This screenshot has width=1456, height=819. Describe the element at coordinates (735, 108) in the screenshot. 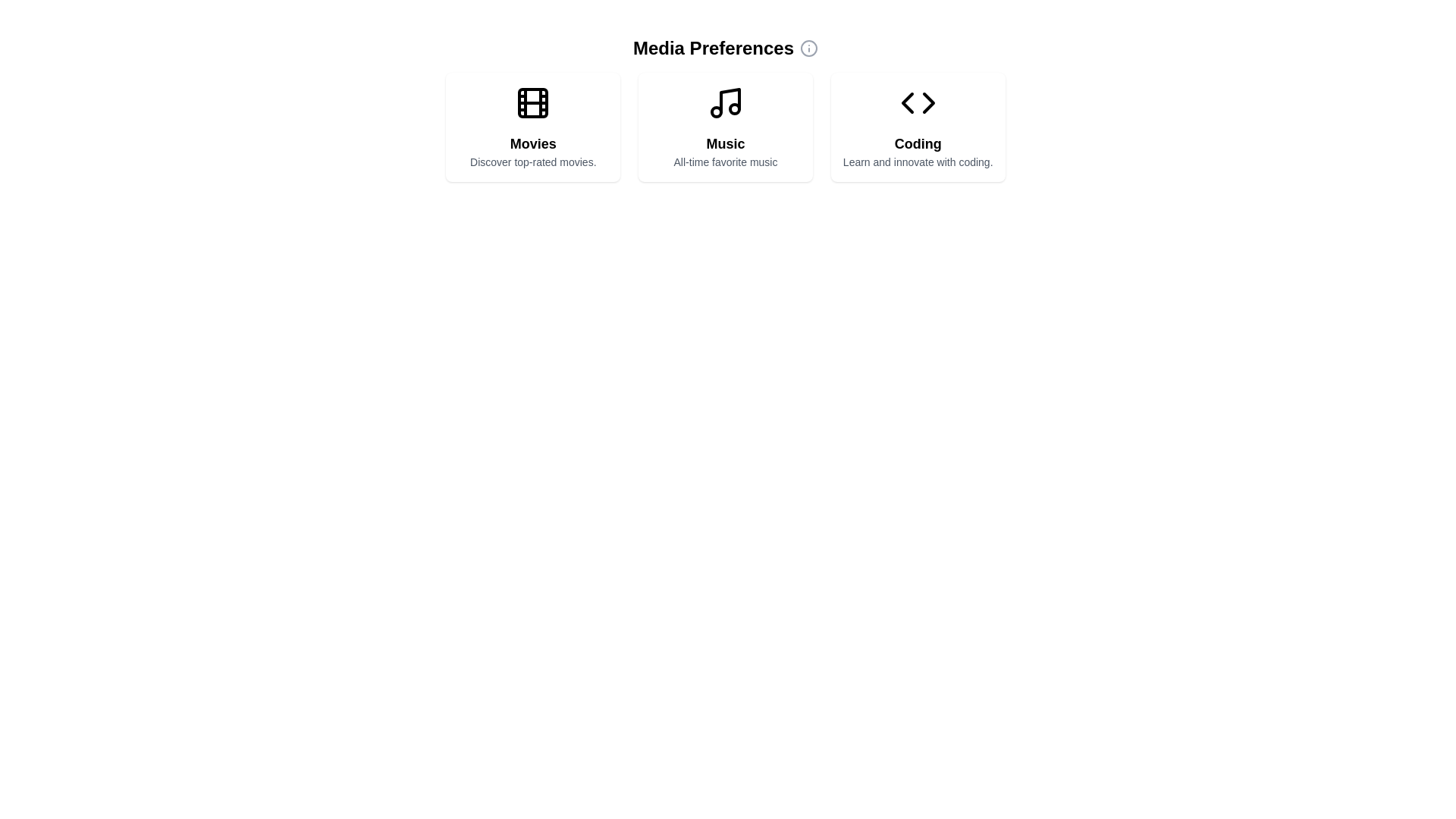

I see `the small decorative SVG circle element located near the top-right of the musical note shape within the 'Music' icon` at that location.